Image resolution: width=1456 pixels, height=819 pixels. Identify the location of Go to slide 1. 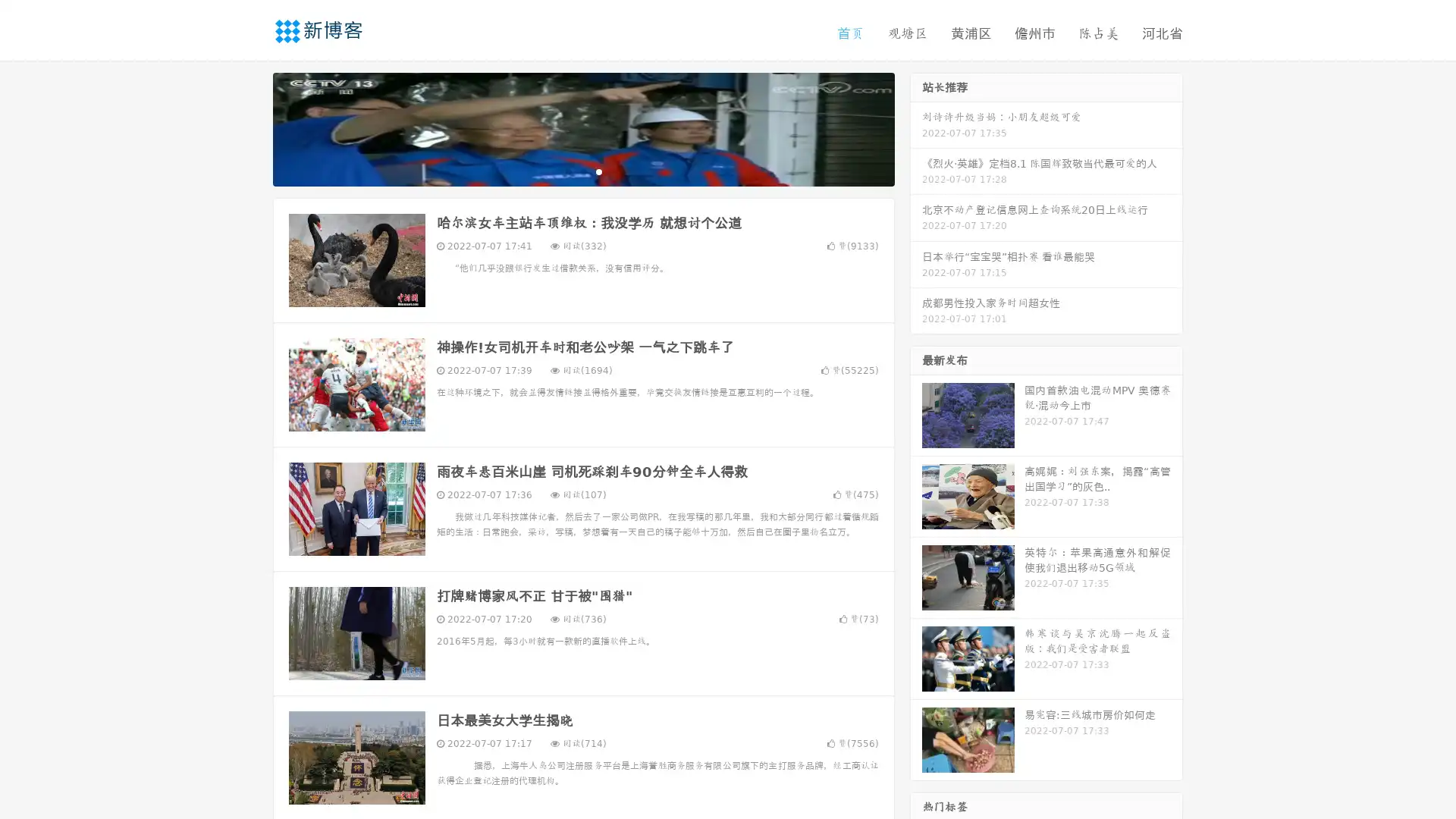
(567, 171).